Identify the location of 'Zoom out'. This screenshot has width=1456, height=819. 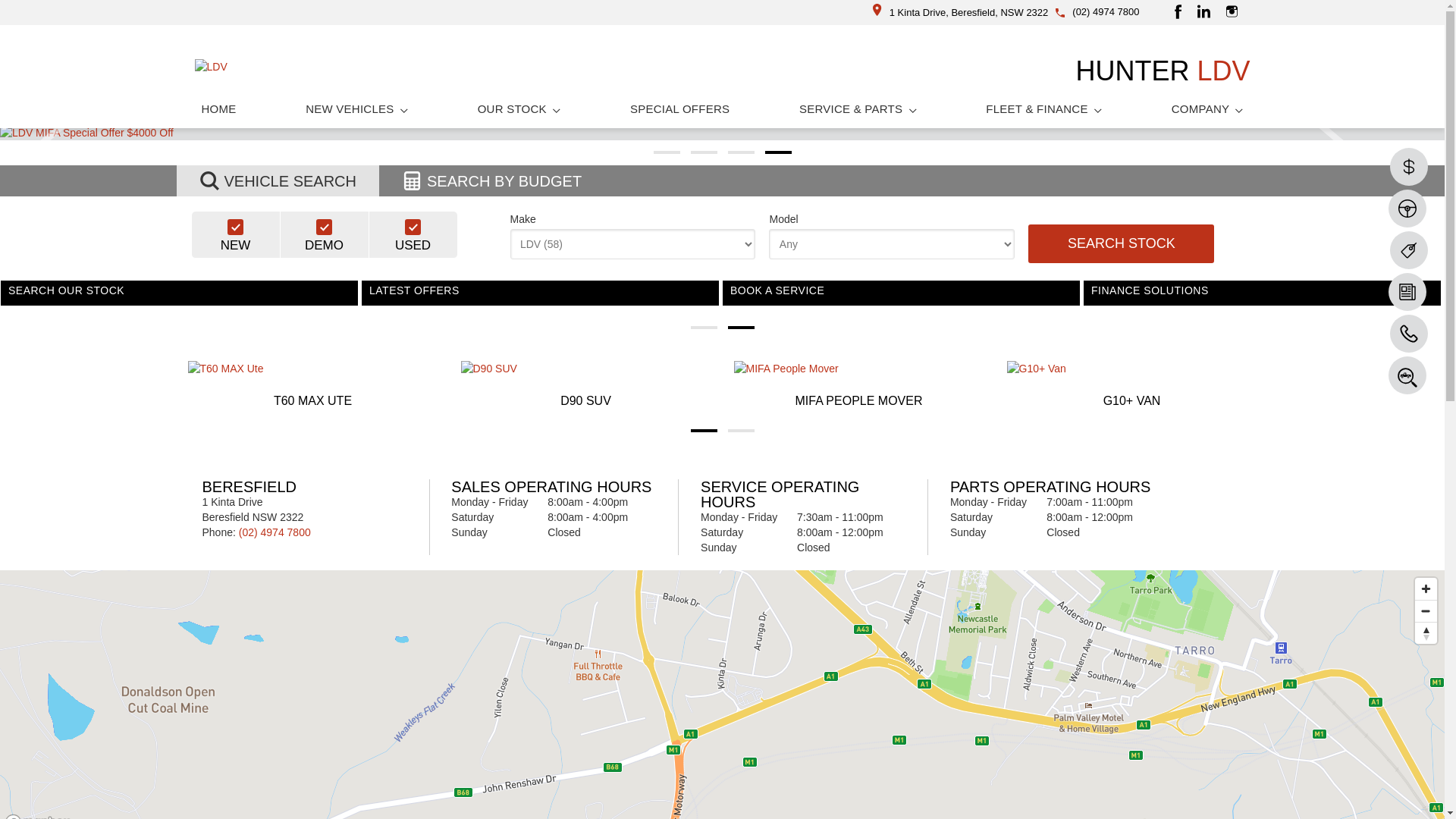
(1425, 610).